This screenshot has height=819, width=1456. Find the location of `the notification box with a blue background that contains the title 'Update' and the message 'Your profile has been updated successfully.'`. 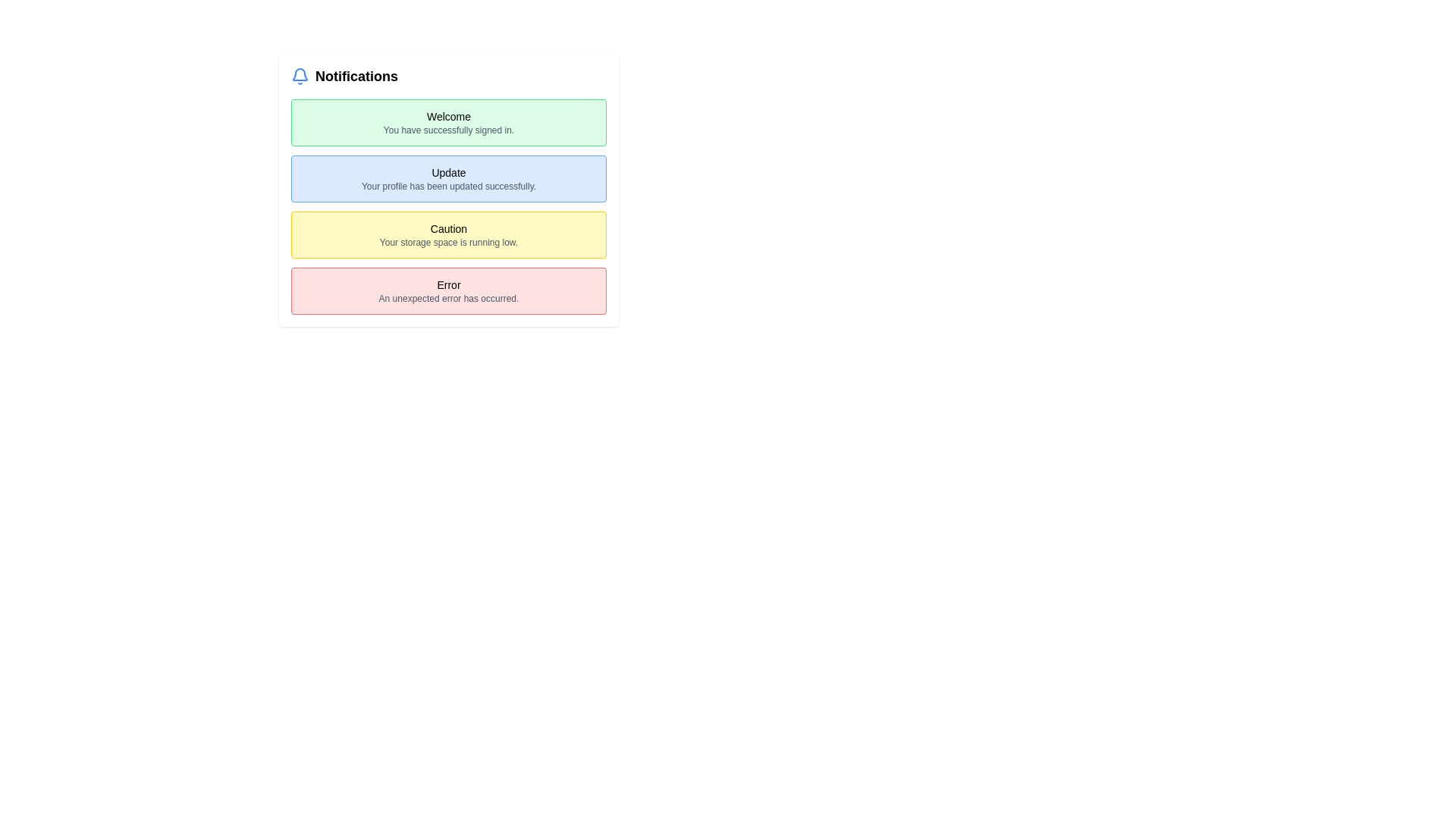

the notification box with a blue background that contains the title 'Update' and the message 'Your profile has been updated successfully.' is located at coordinates (447, 177).